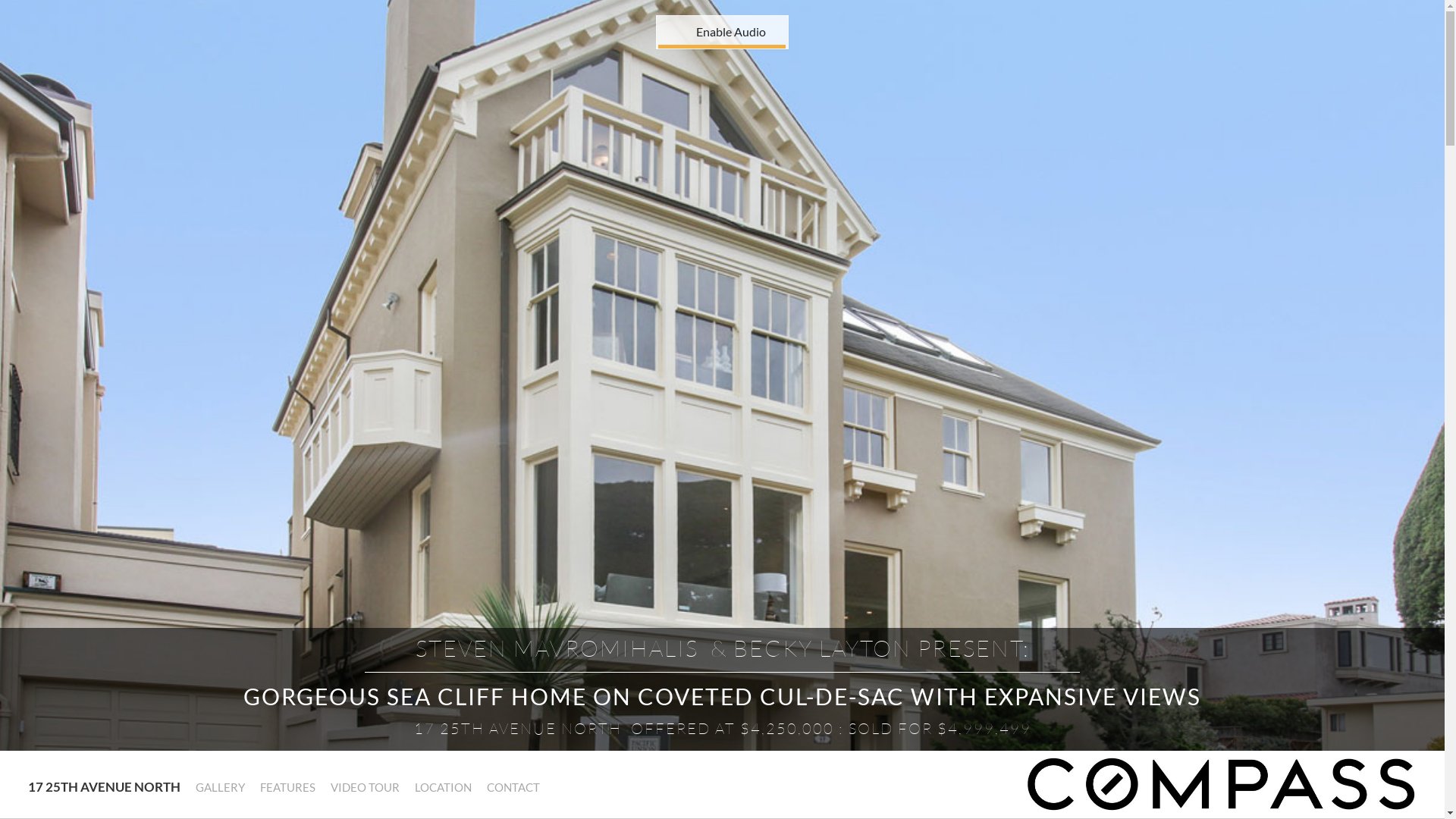 The height and width of the screenshot is (819, 1456). Describe the element at coordinates (441, 786) in the screenshot. I see `'LOCATION'` at that location.